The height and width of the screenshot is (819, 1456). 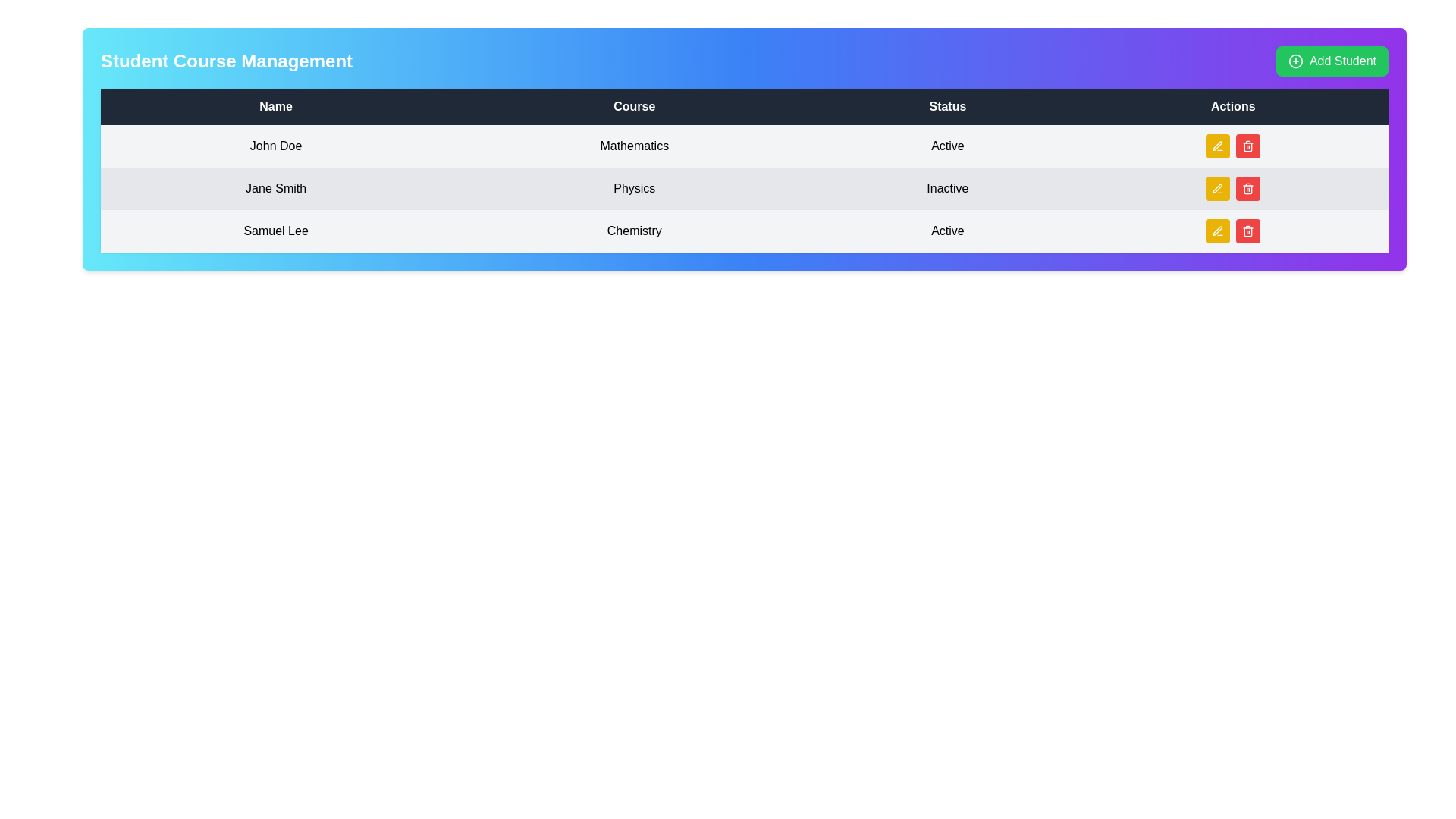 I want to click on the circular icon with a plus sign that is part of the 'Add Student' button located at the top-right corner of the interface, so click(x=1294, y=61).